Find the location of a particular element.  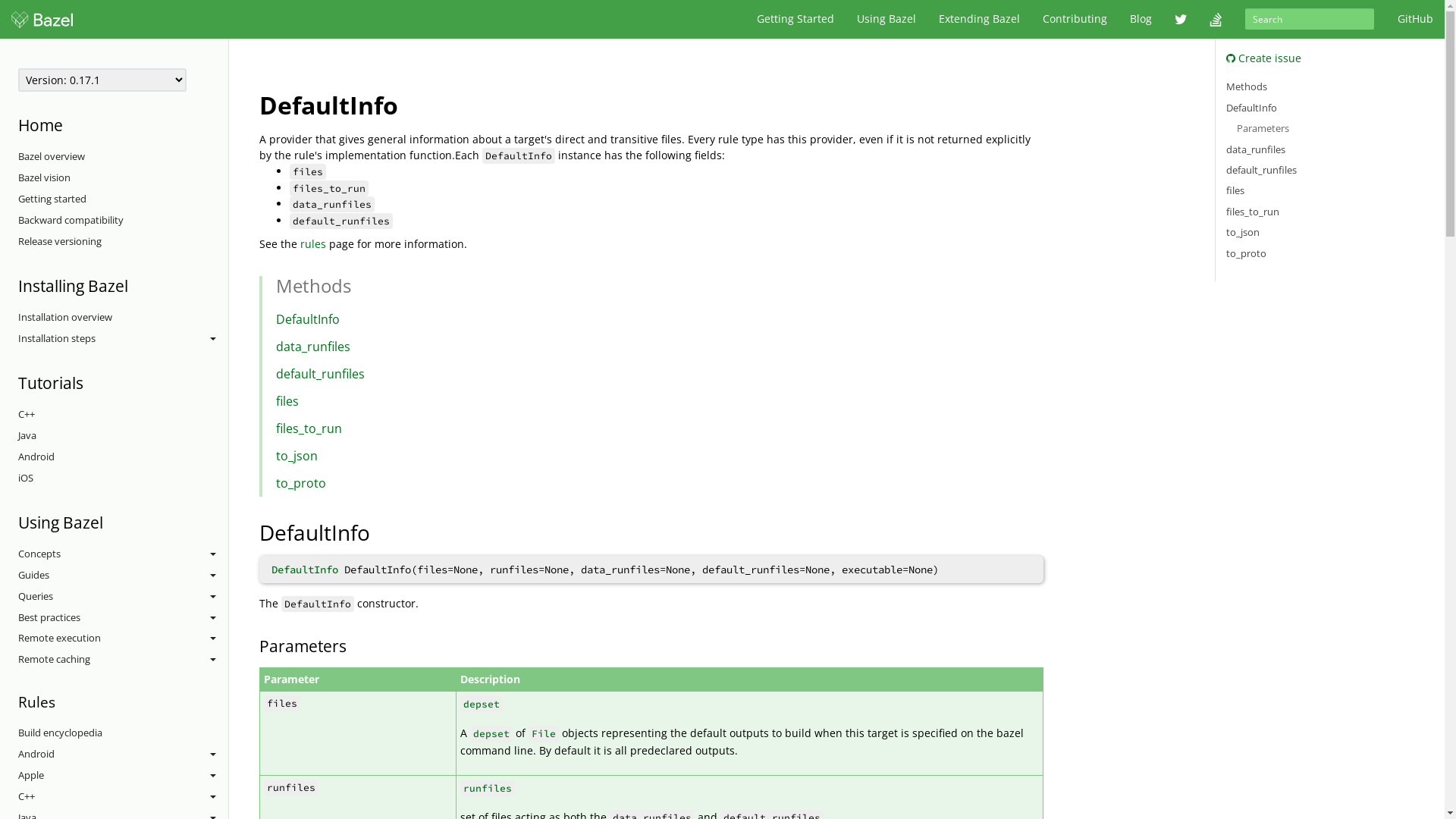

'Installation overview' is located at coordinates (123, 317).